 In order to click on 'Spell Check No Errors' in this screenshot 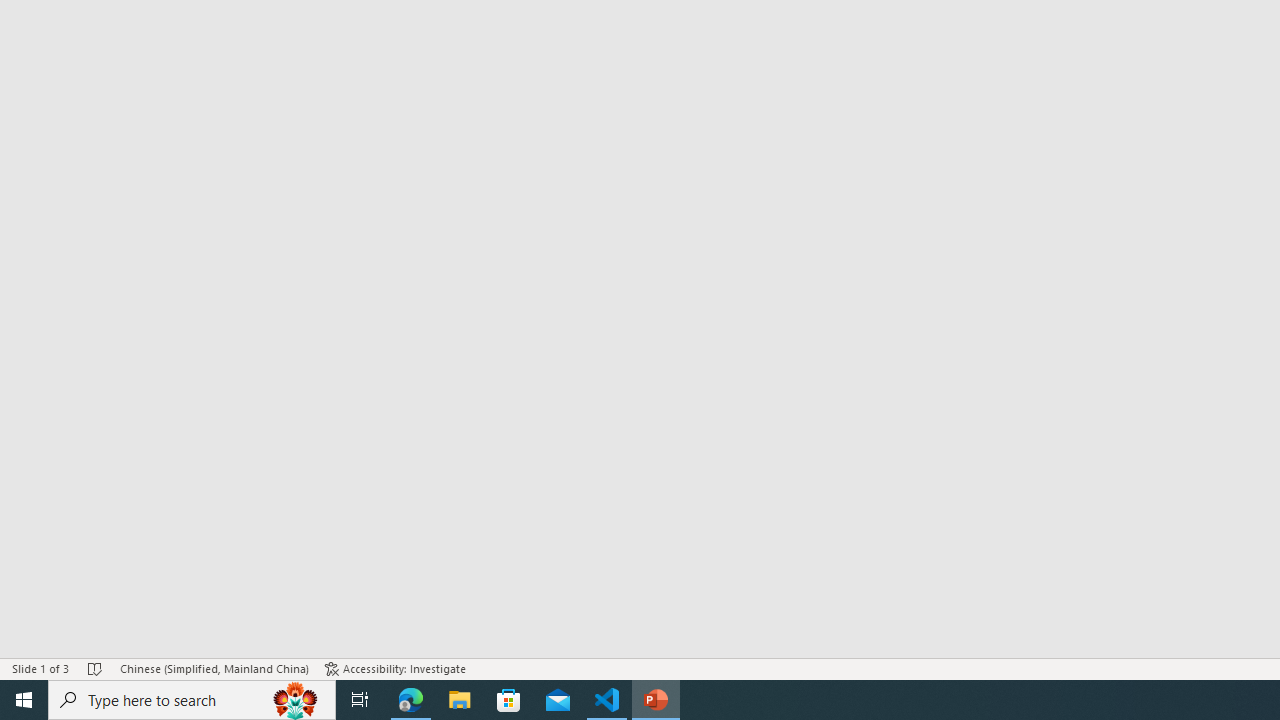, I will do `click(95, 669)`.